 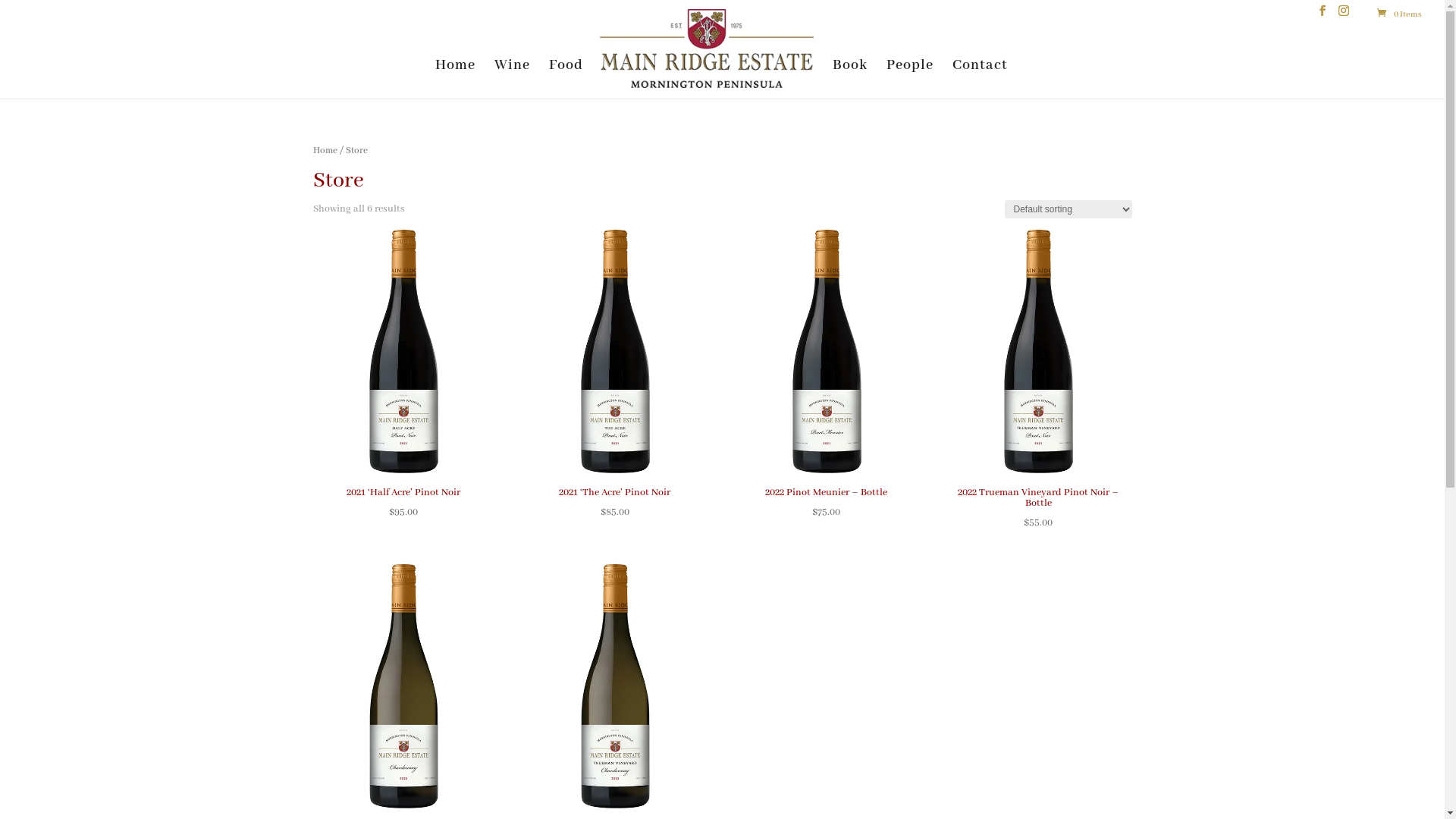 I want to click on 'People', so click(x=910, y=76).